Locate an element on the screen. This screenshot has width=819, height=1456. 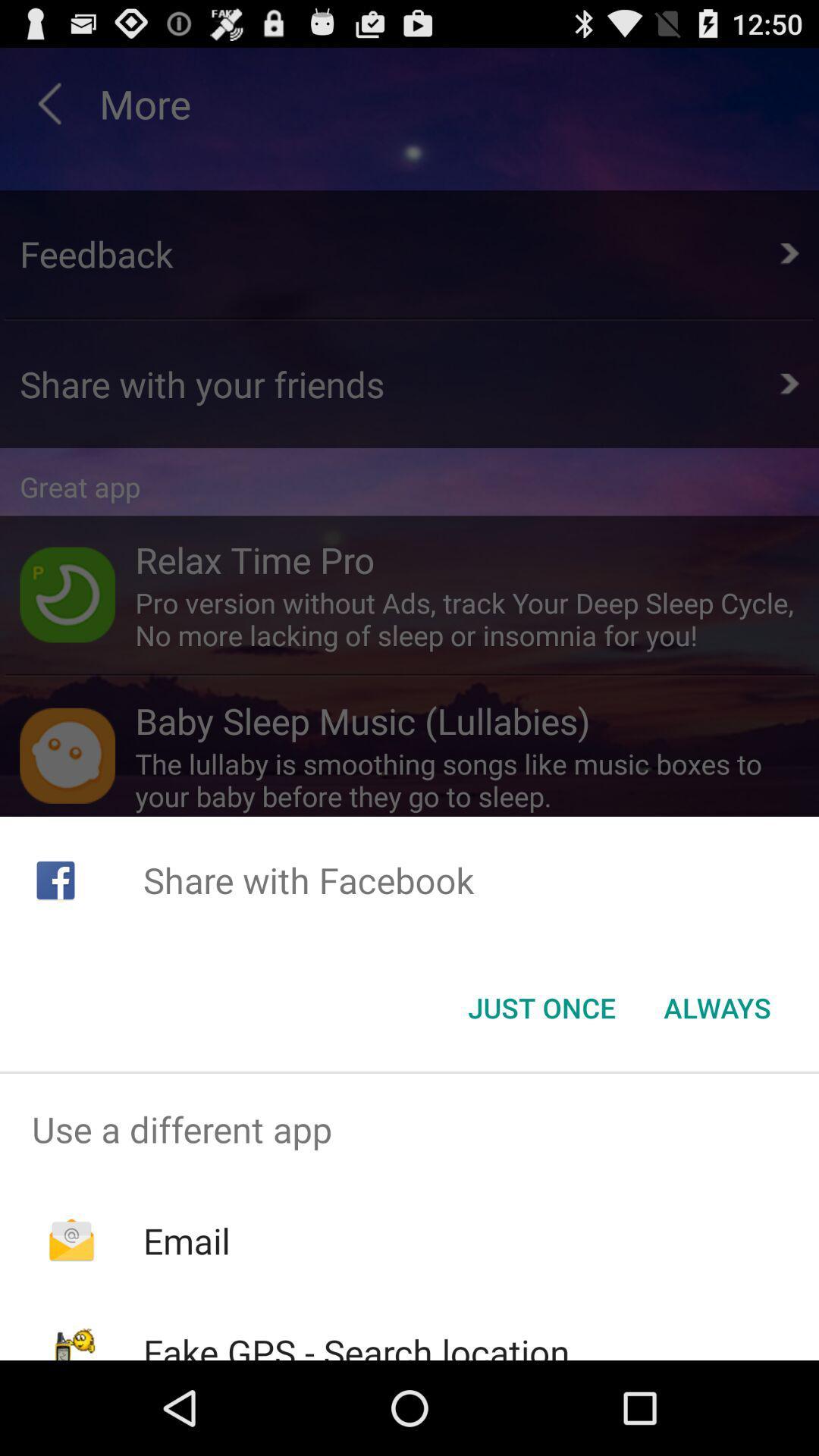
email item is located at coordinates (186, 1241).